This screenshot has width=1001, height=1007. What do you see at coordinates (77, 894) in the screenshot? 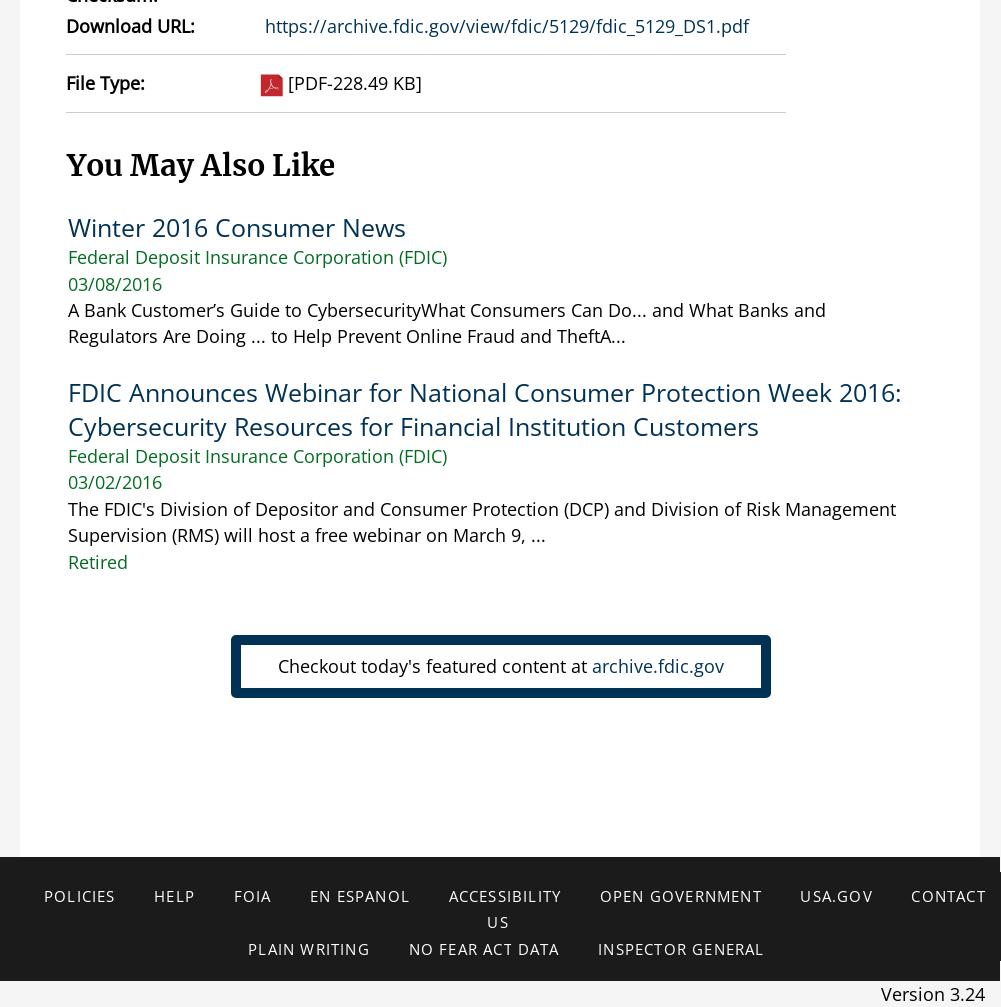
I see `'Policies'` at bounding box center [77, 894].